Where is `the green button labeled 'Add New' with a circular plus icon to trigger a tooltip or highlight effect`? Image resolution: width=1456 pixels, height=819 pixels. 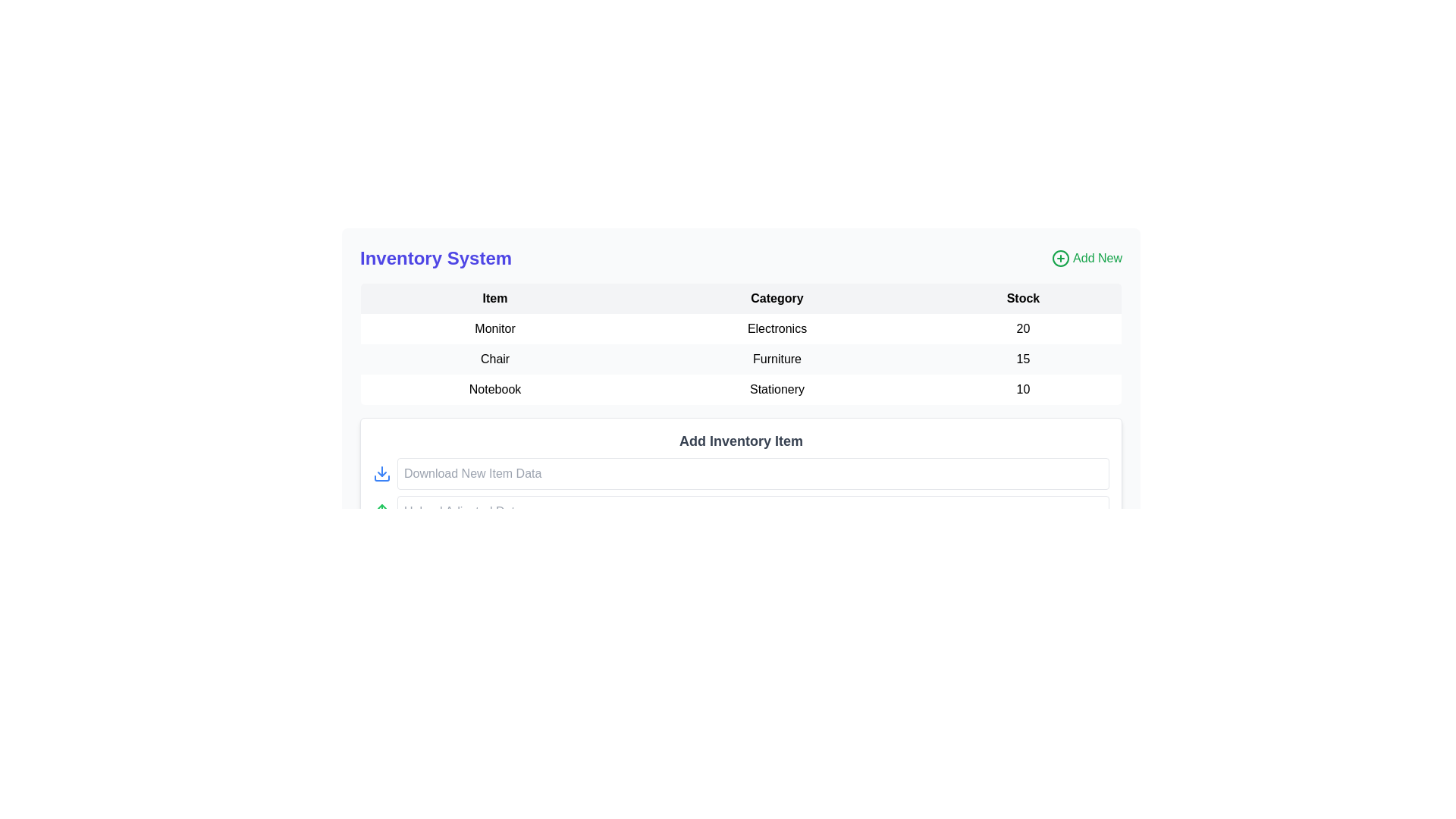 the green button labeled 'Add New' with a circular plus icon to trigger a tooltip or highlight effect is located at coordinates (1086, 257).